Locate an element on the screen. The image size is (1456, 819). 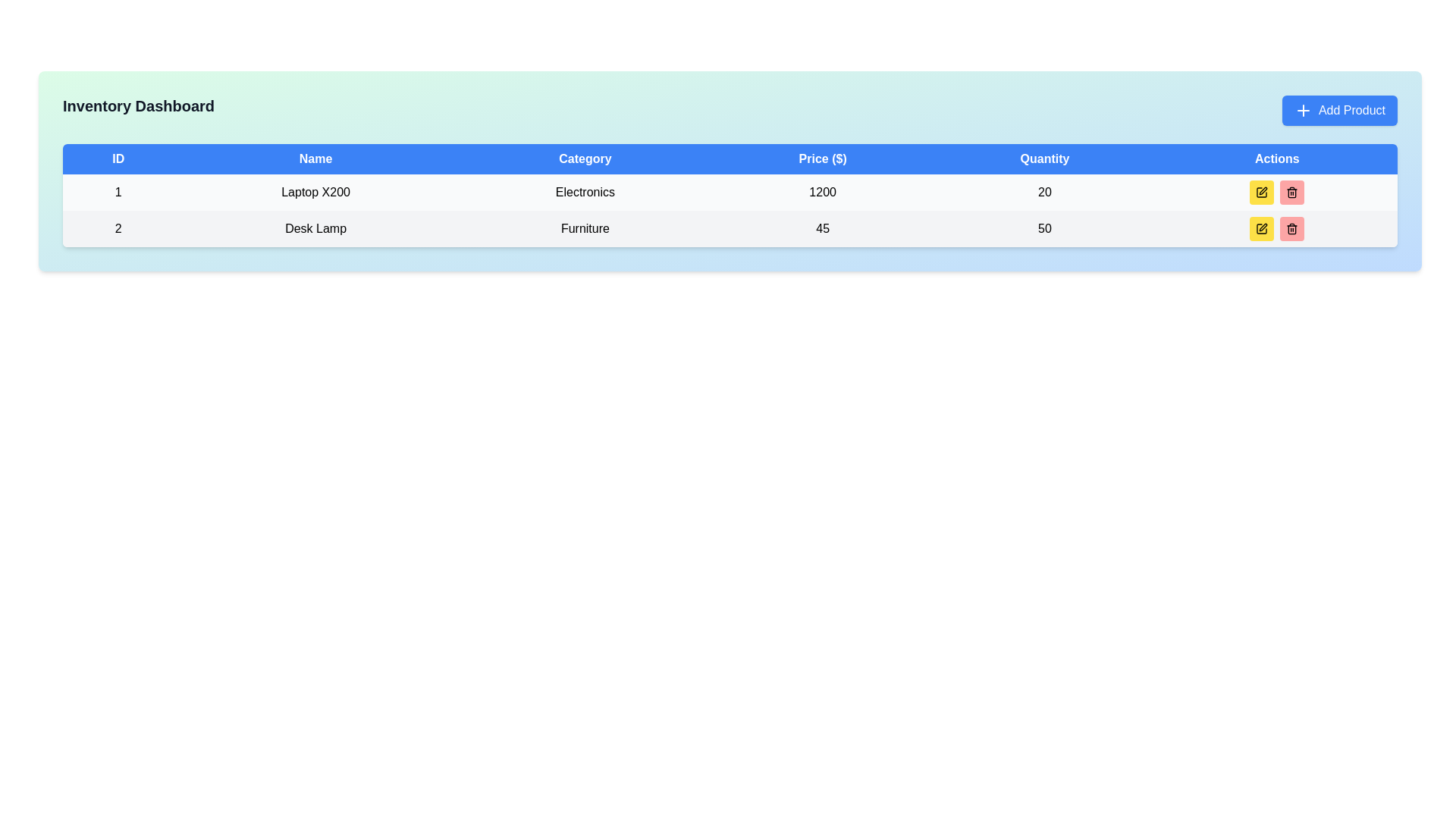
the first row of the inventory data table is located at coordinates (730, 192).